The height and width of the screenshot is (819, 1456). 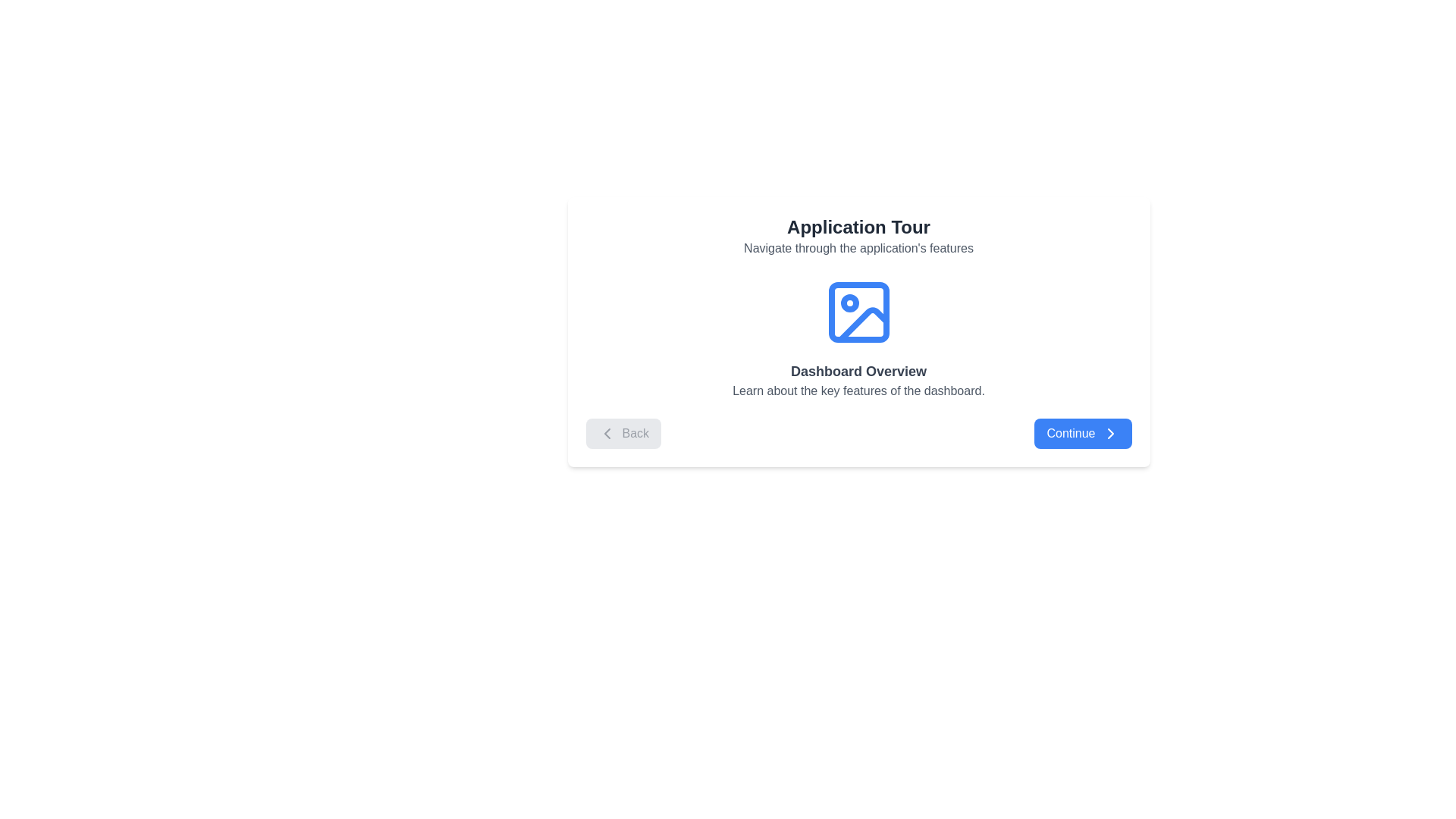 I want to click on the bold text element reading 'Application Tour', which is styled prominently and positioned at the top of a card-like section, so click(x=858, y=227).